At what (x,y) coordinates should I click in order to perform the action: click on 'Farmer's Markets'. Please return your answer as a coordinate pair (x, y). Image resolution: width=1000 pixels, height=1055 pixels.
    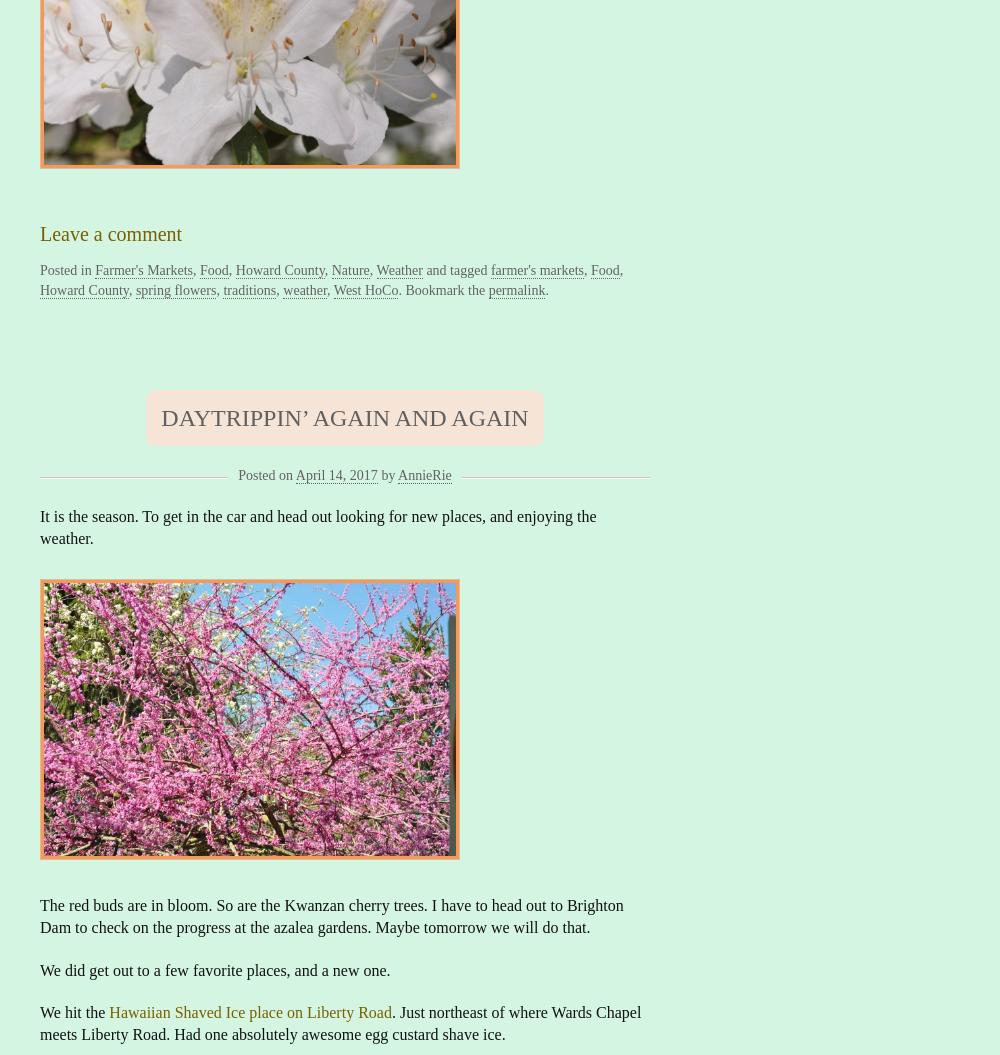
    Looking at the image, I should click on (144, 270).